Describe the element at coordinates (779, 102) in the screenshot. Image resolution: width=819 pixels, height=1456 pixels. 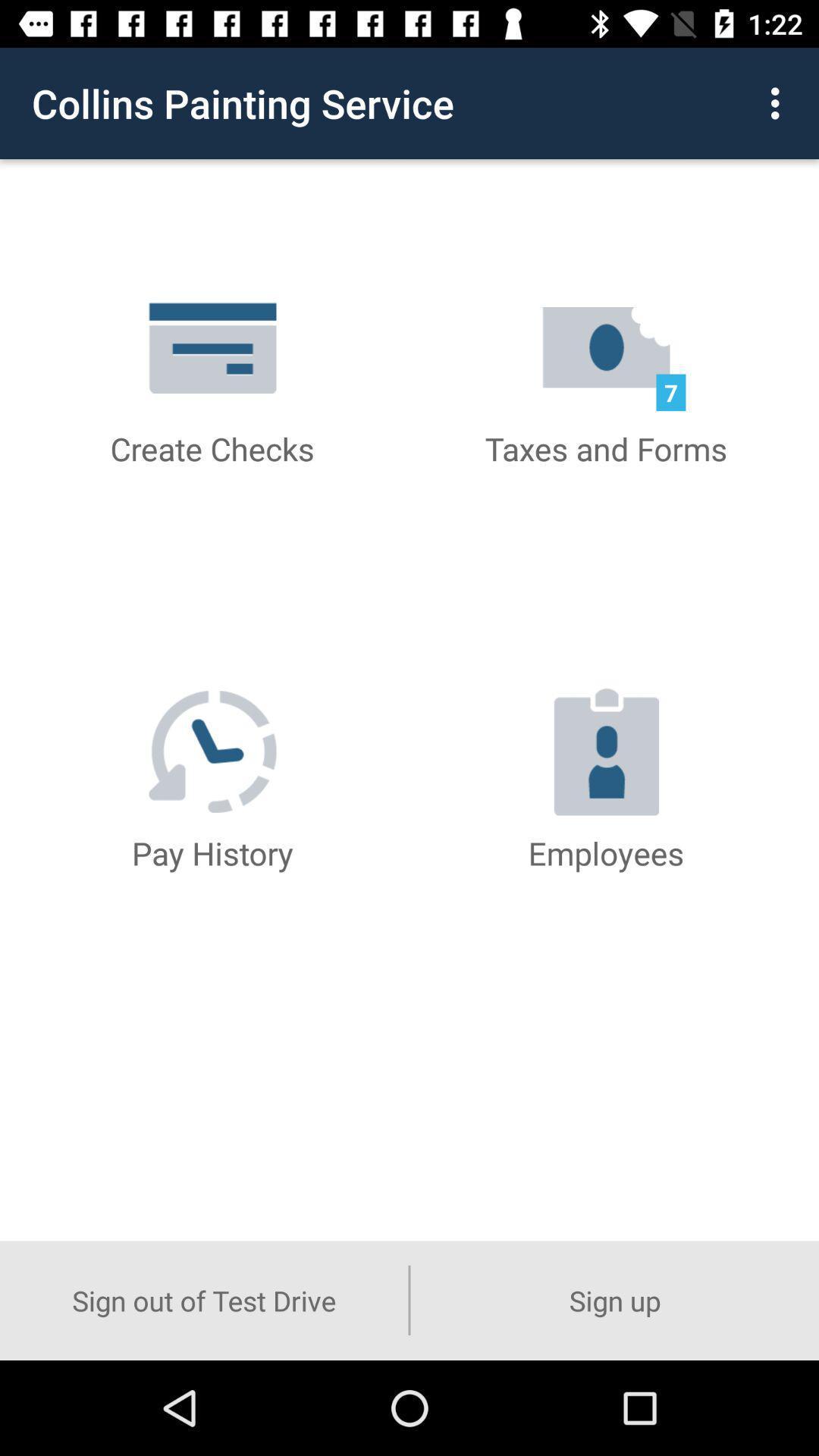
I see `the item above the sign up` at that location.